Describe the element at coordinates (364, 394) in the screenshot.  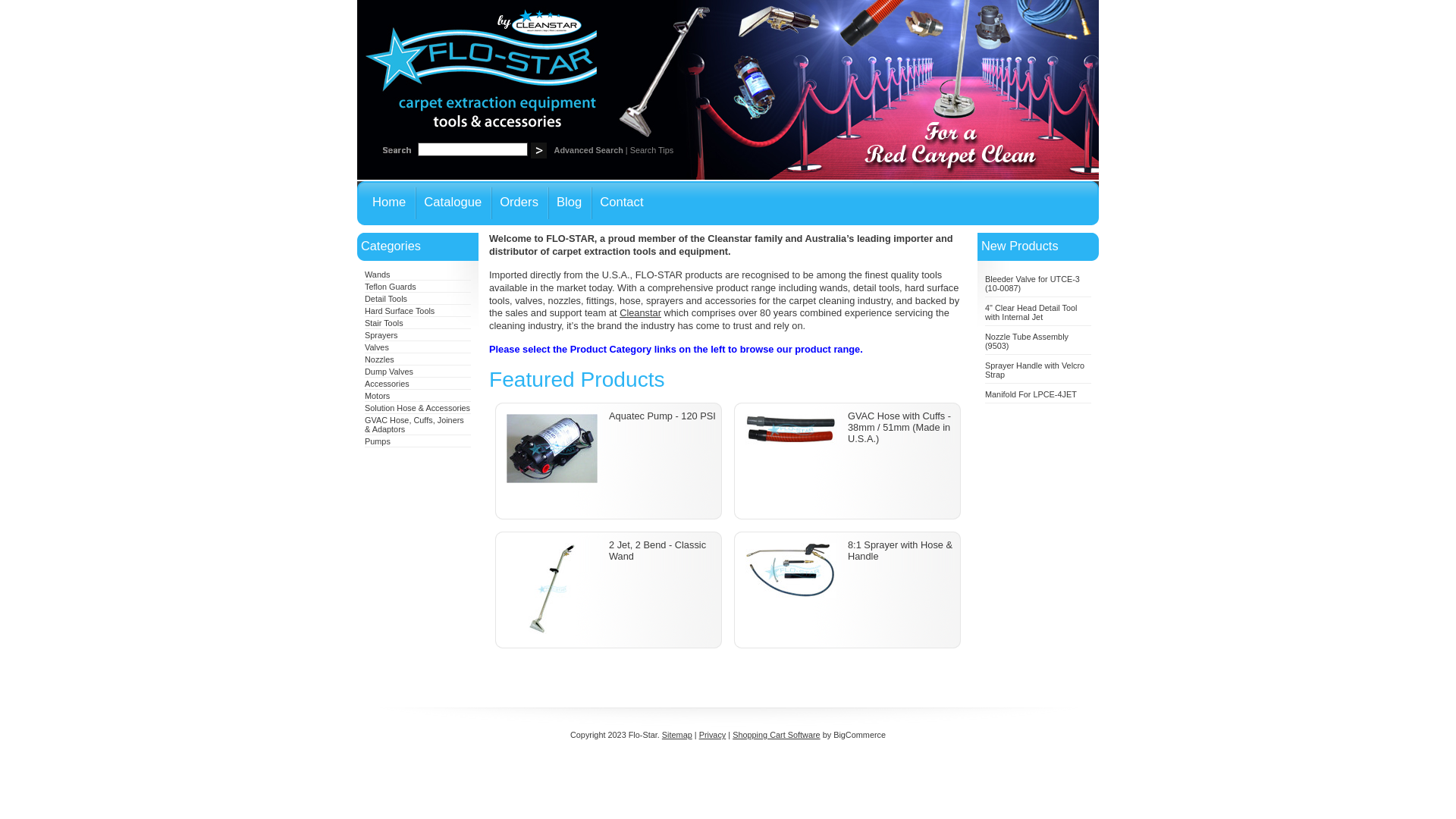
I see `'Motors'` at that location.